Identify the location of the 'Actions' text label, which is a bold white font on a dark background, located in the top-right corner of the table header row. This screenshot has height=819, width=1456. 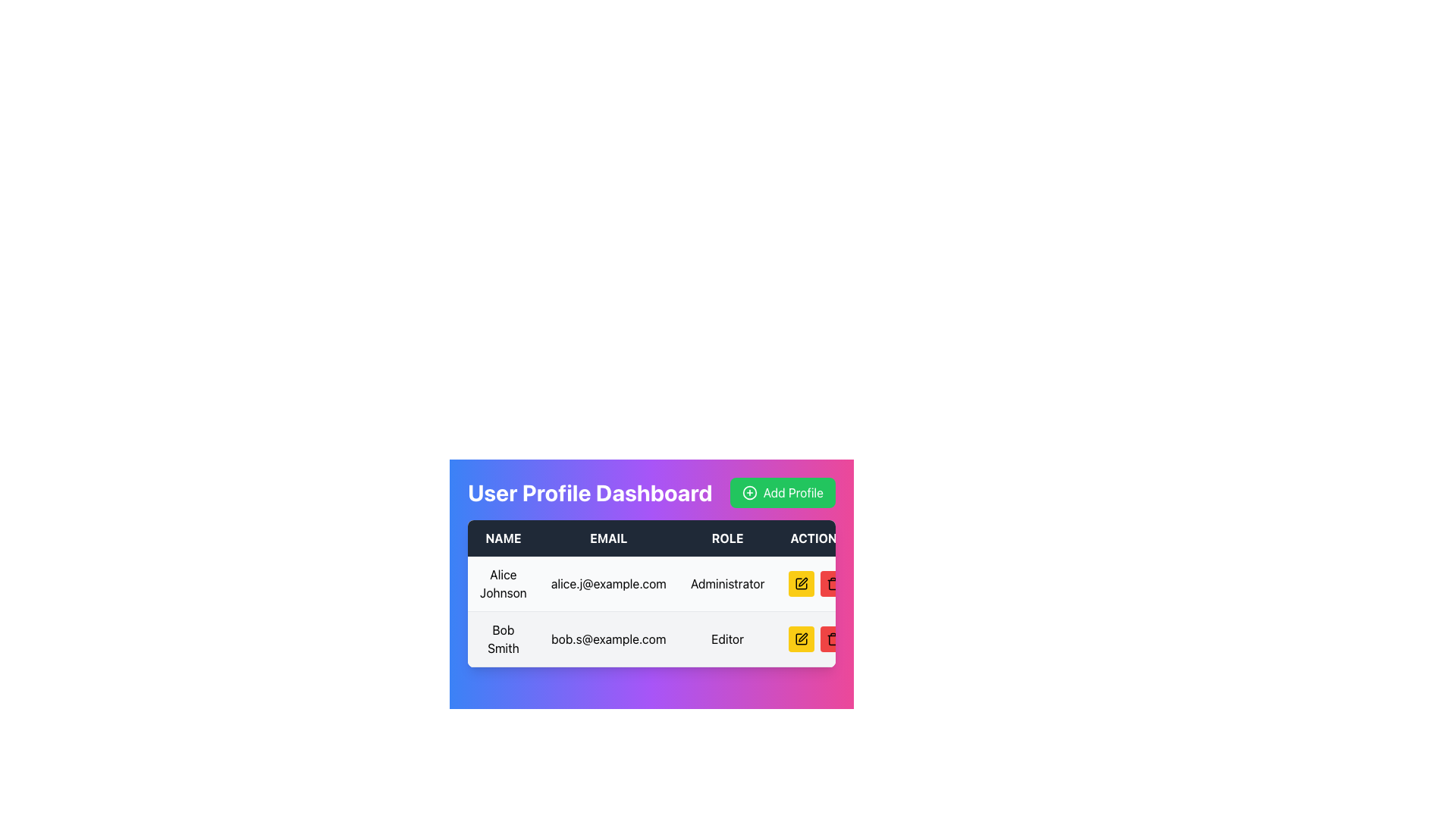
(817, 537).